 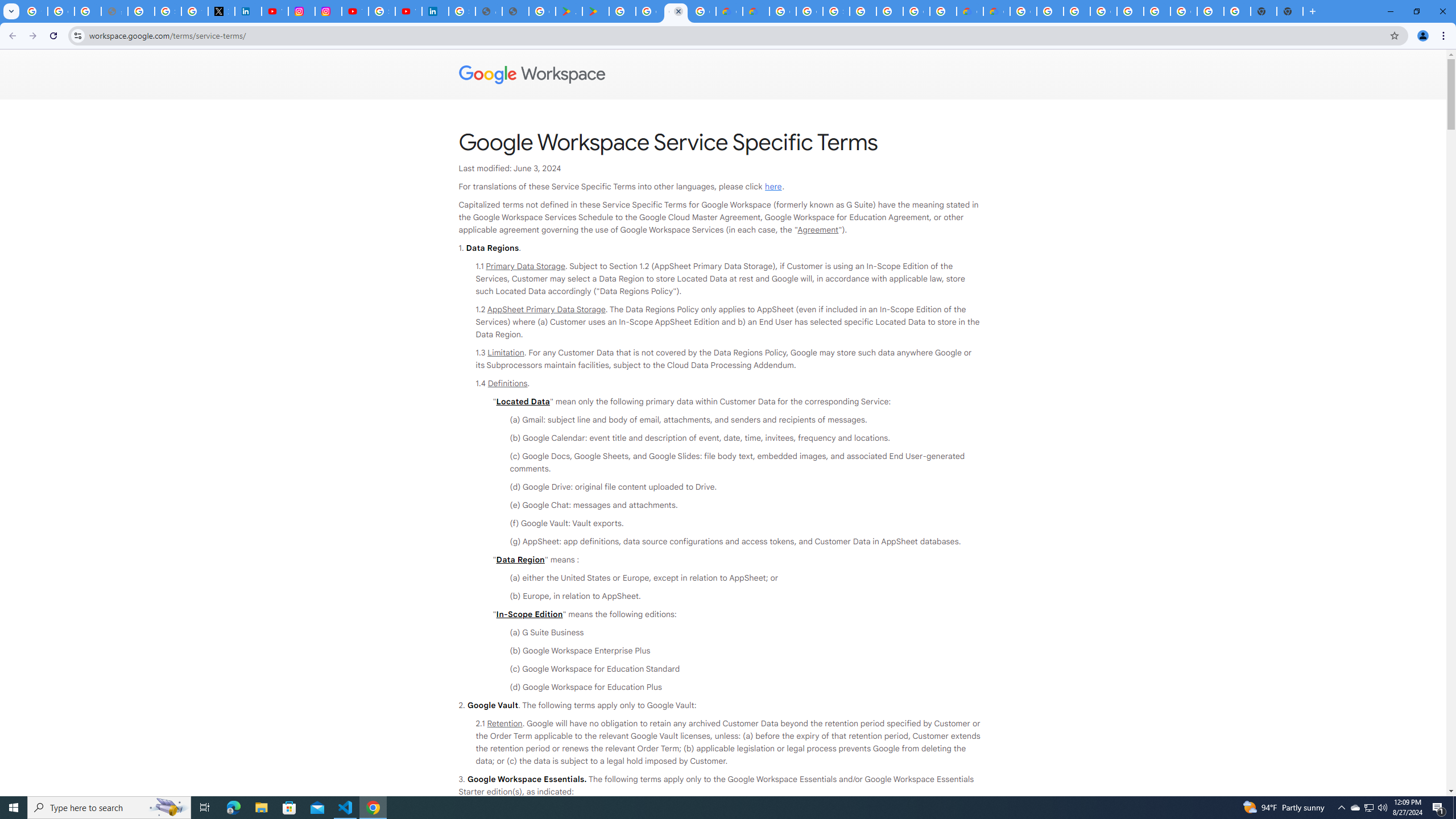 What do you see at coordinates (772, 187) in the screenshot?
I see `'here'` at bounding box center [772, 187].